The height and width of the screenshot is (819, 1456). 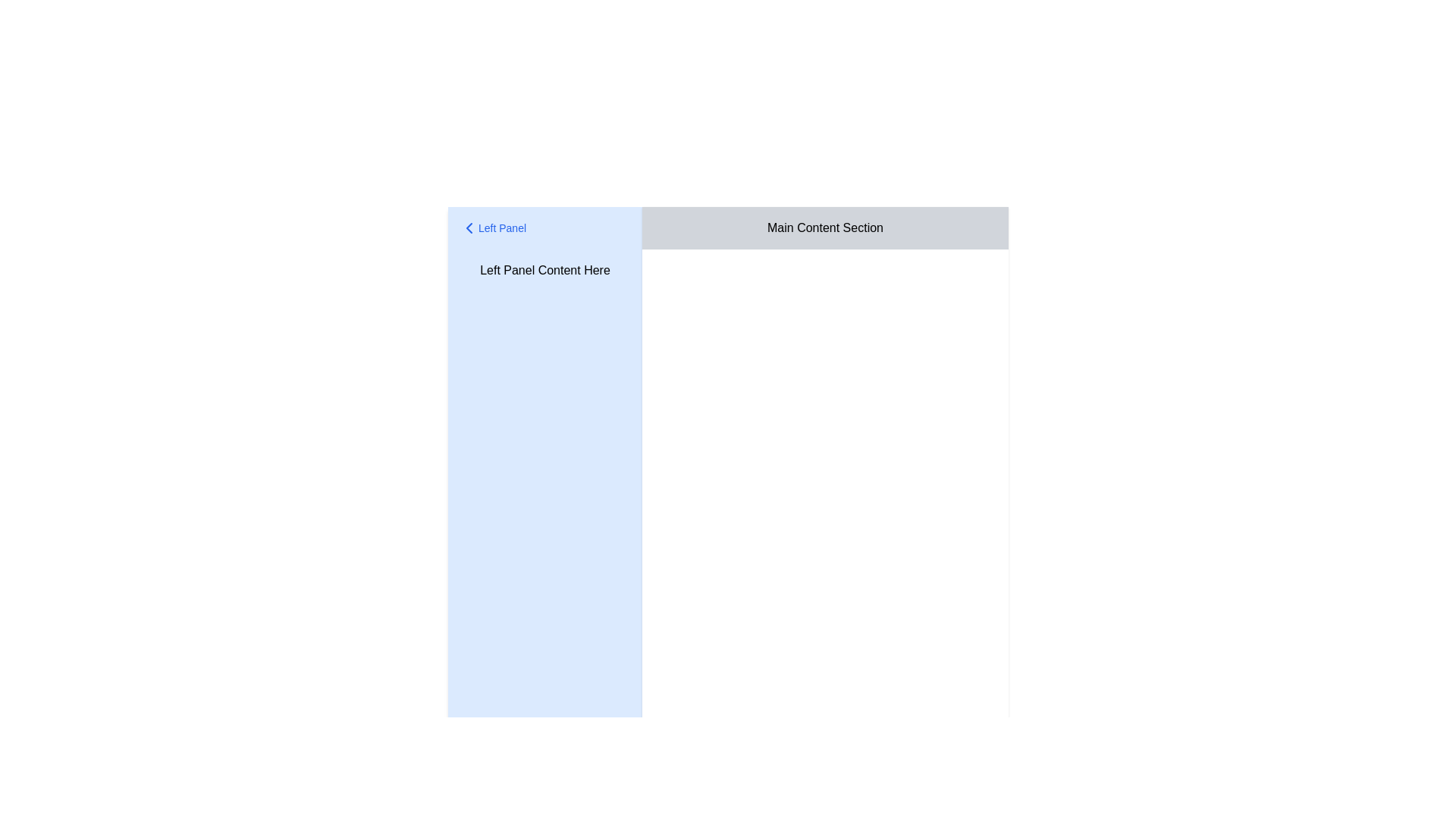 What do you see at coordinates (493, 227) in the screenshot?
I see `the navigational button with an icon and text located at the top-left corner of the light blue left panel` at bounding box center [493, 227].